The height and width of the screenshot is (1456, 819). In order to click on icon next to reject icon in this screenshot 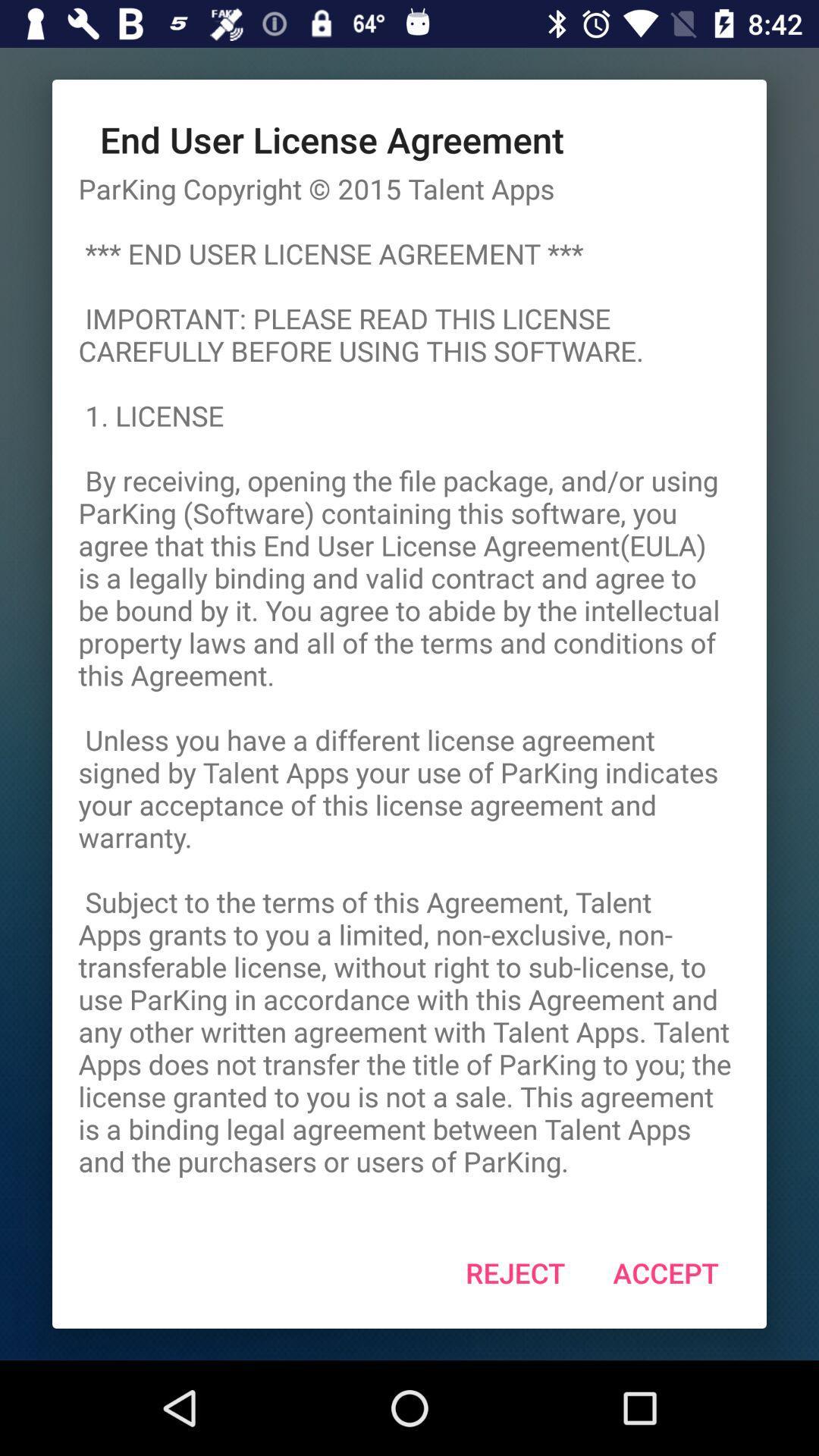, I will do `click(665, 1272)`.